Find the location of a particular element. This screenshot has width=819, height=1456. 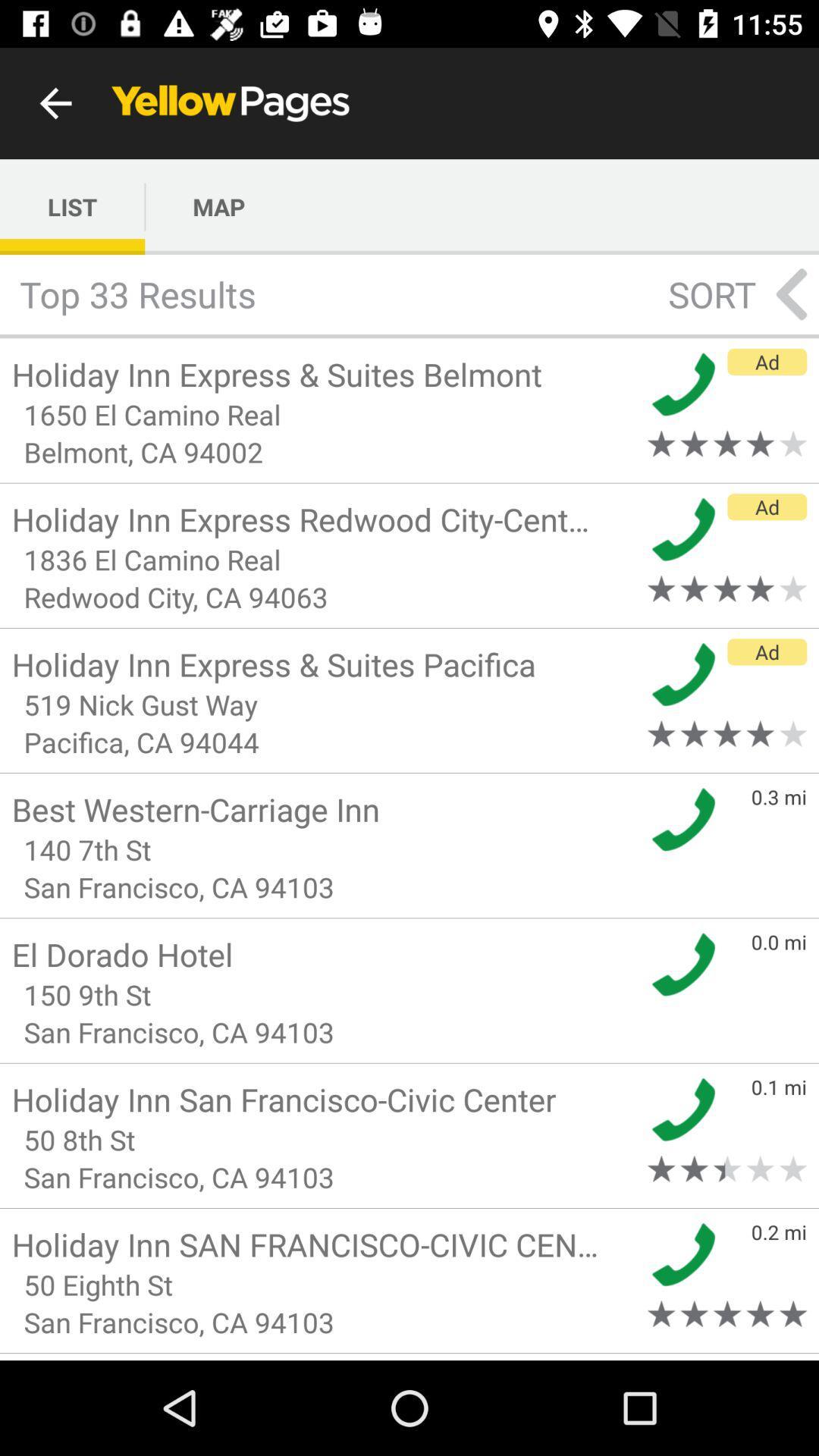

icon to the right of the list item is located at coordinates (218, 206).